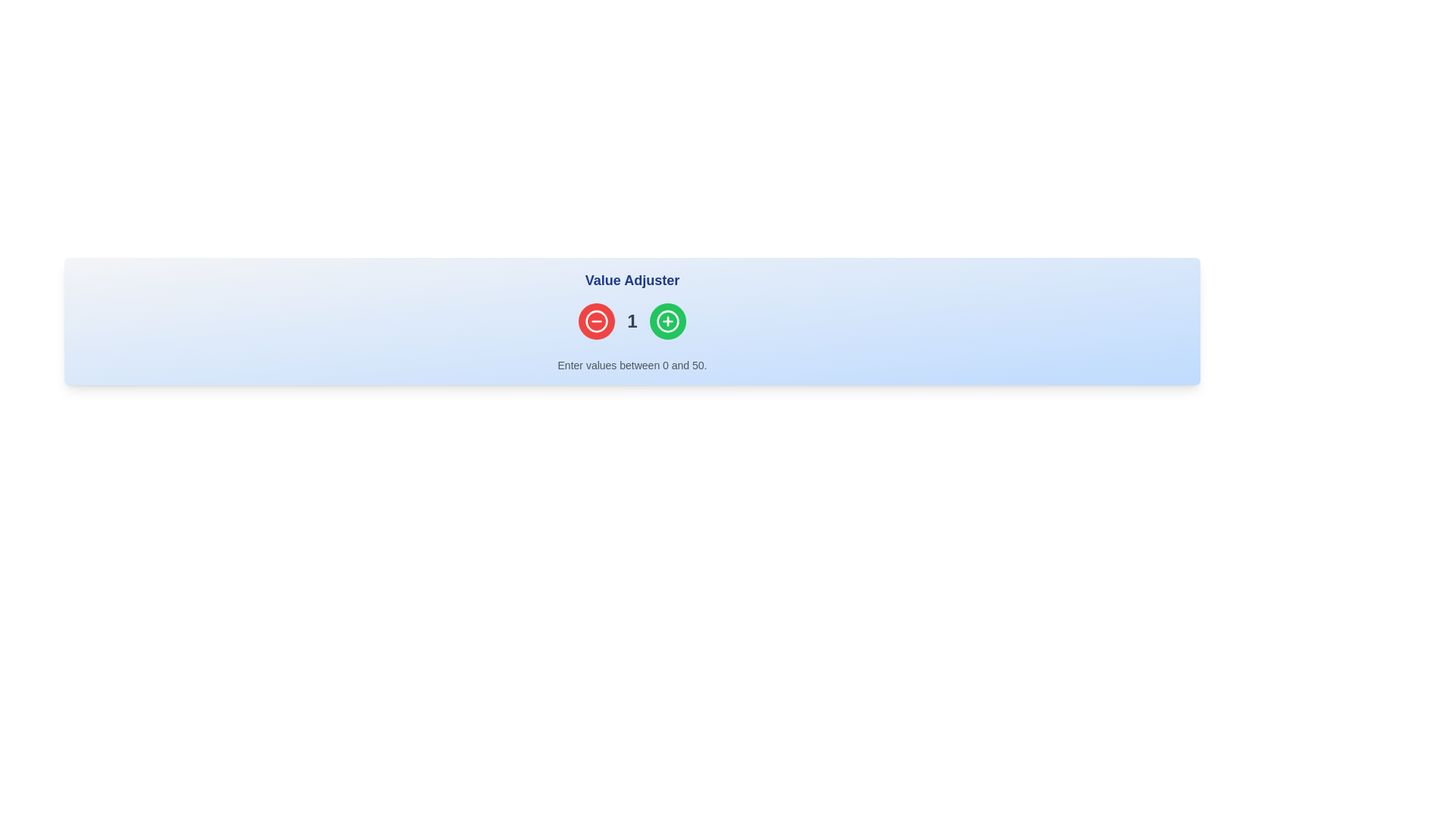 This screenshot has width=1456, height=819. Describe the element at coordinates (596, 321) in the screenshot. I see `the decrement button located to the left of the numeric value in the value adjustment interface` at that location.